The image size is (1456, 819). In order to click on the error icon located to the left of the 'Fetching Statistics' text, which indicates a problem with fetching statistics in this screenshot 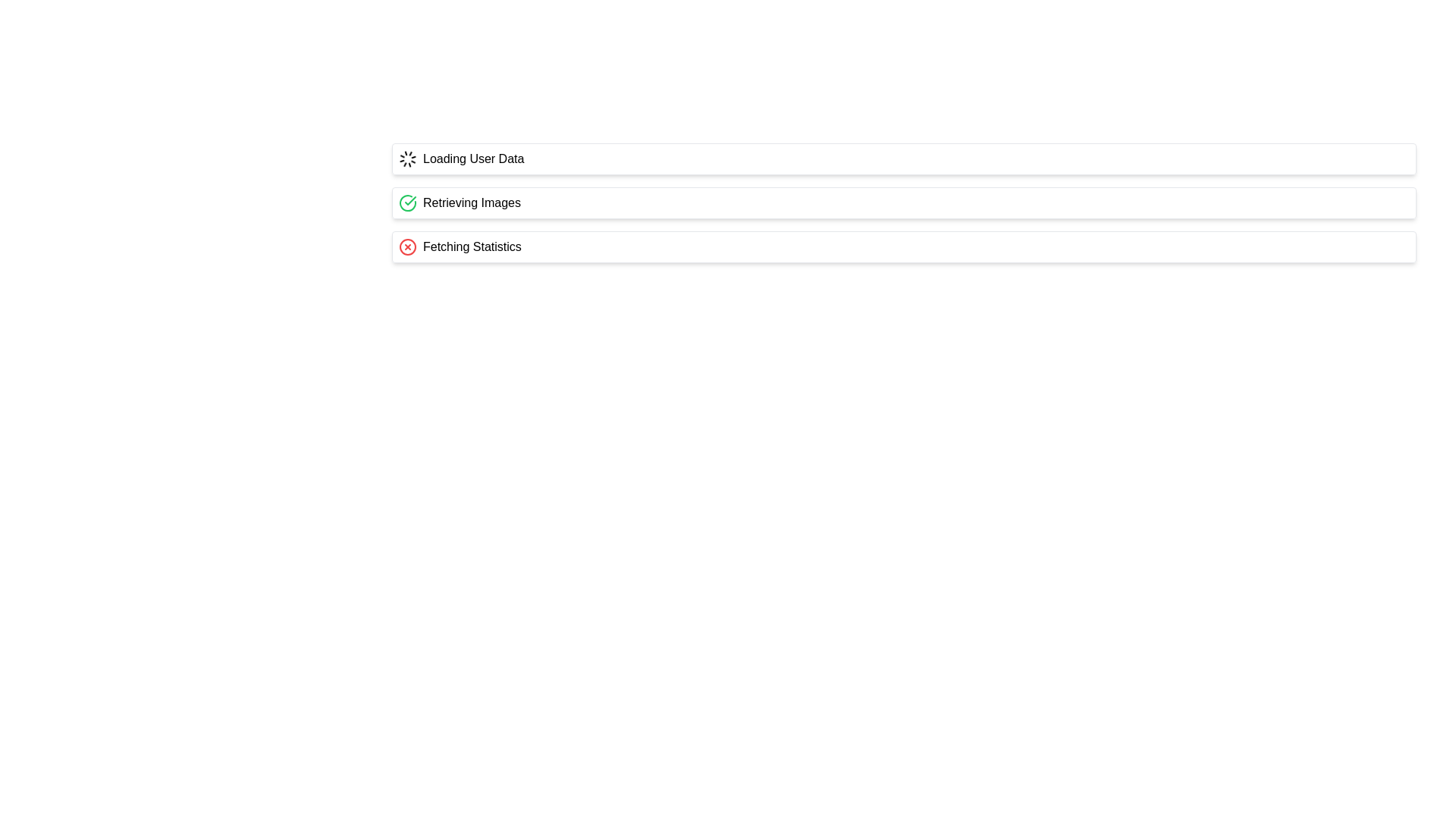, I will do `click(407, 246)`.